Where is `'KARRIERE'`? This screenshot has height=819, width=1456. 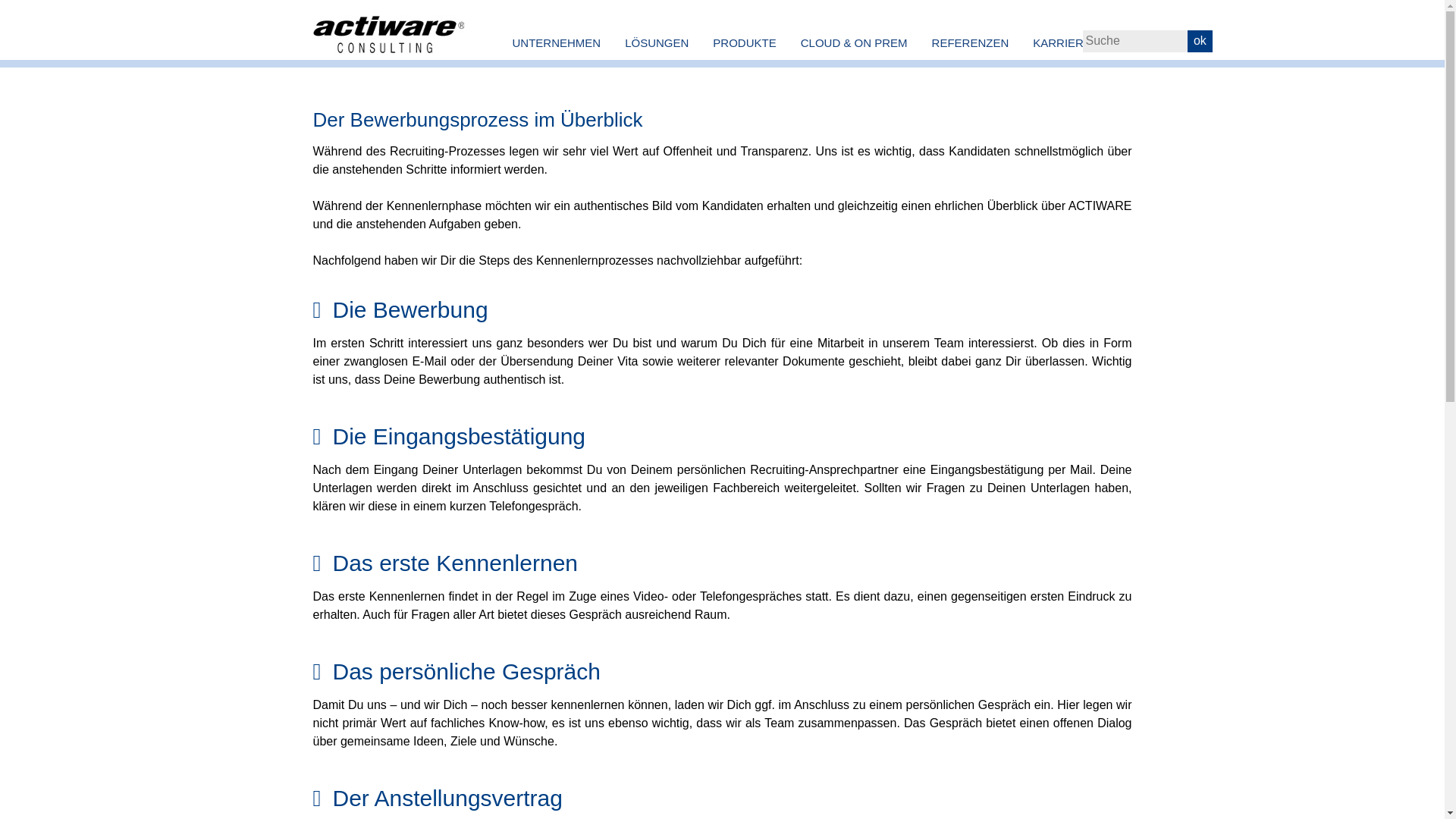
'KARRIERE' is located at coordinates (1020, 42).